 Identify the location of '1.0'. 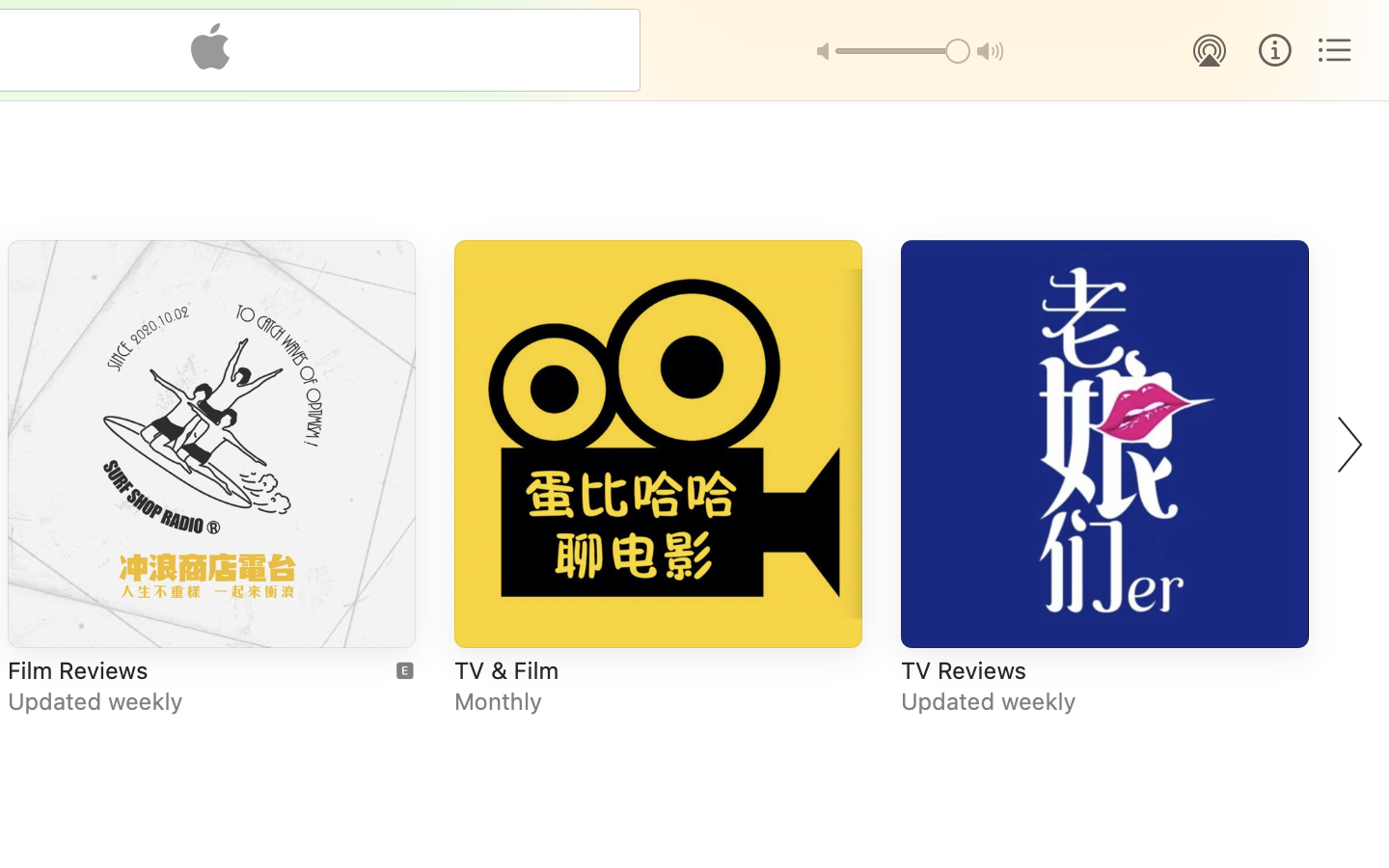
(903, 50).